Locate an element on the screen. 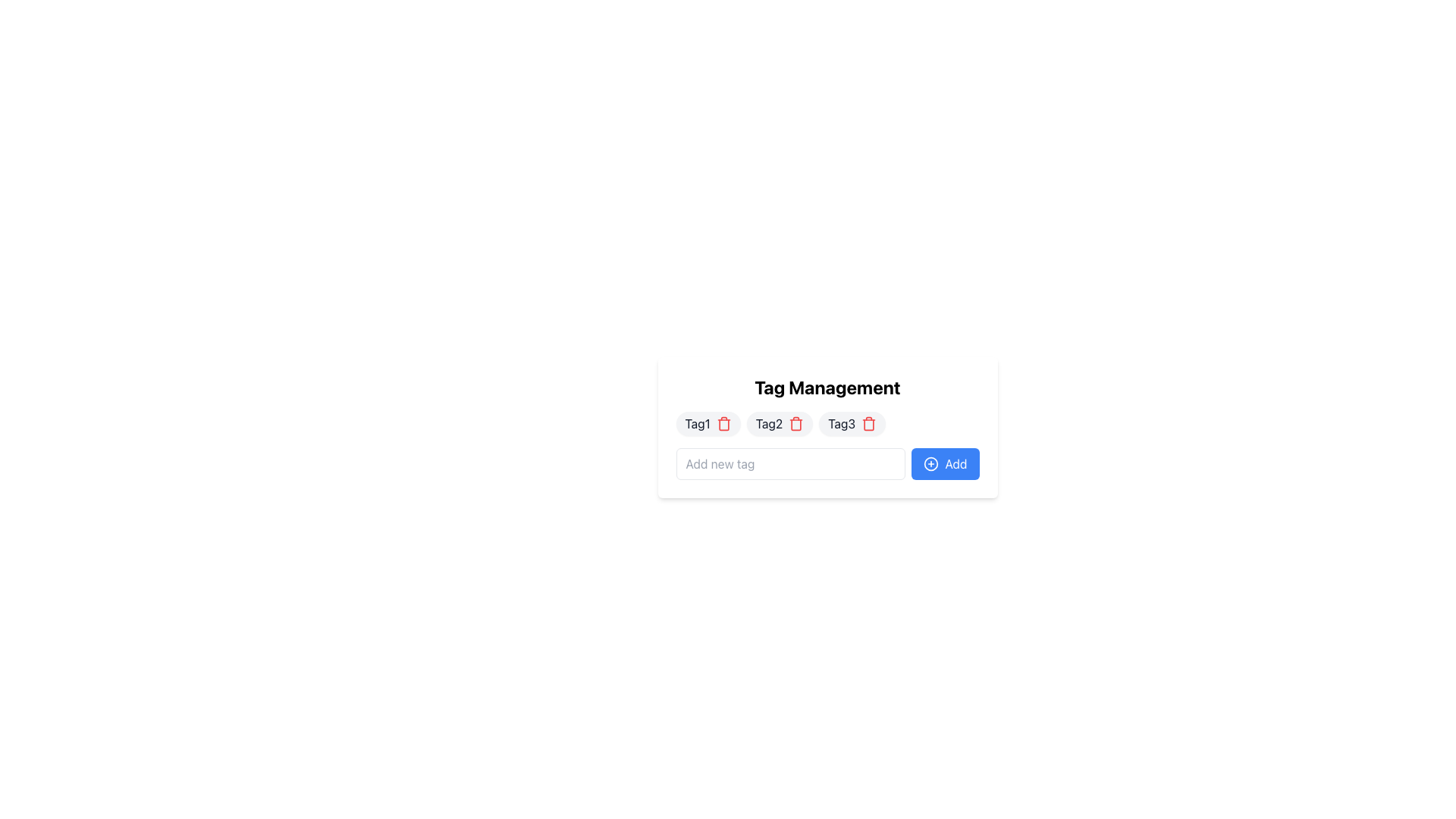  the third tag component labeled 'Tag3' is located at coordinates (852, 424).